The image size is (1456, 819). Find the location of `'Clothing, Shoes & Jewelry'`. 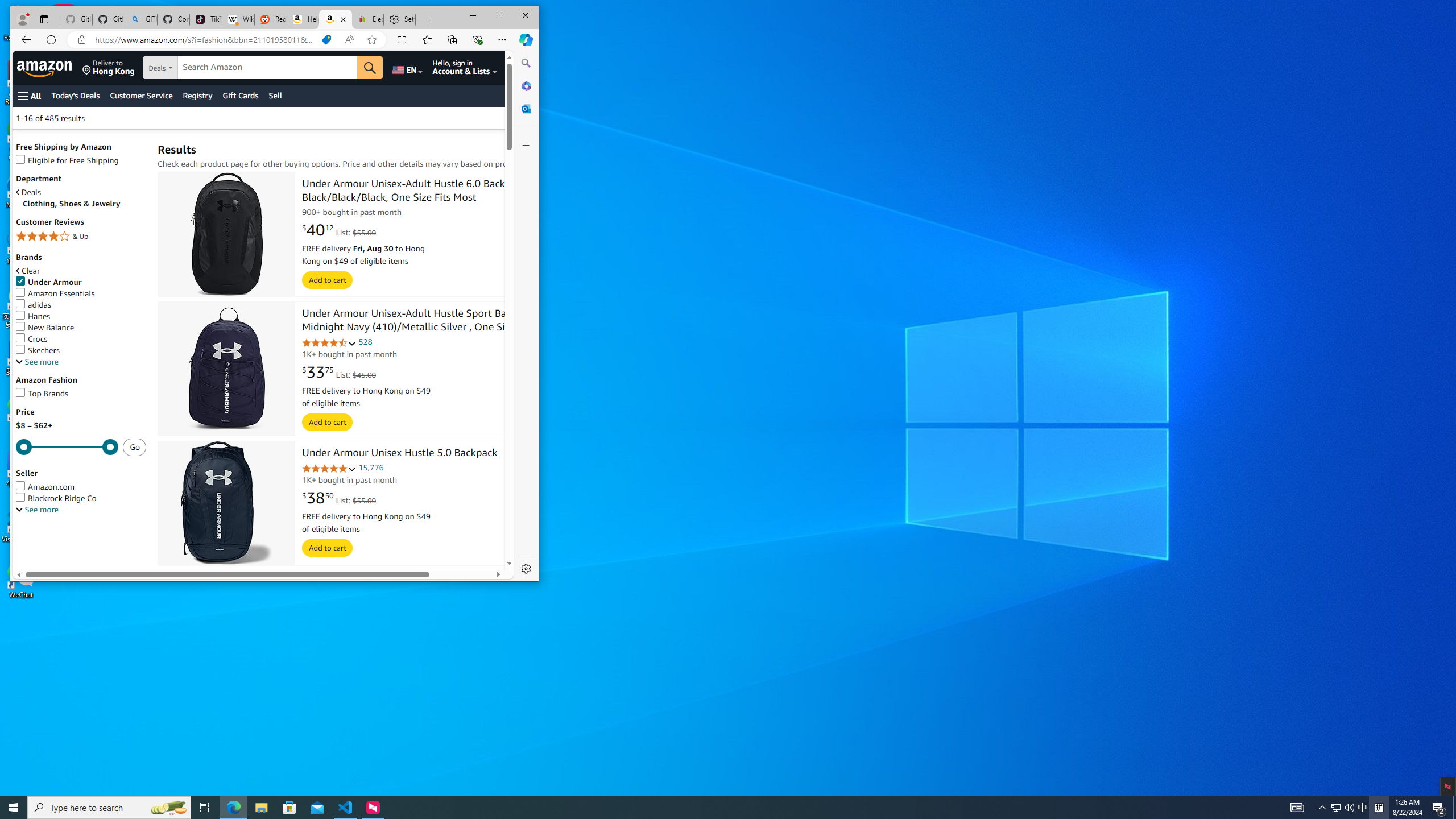

'Clothing, Shoes & Jewelry' is located at coordinates (84, 203).